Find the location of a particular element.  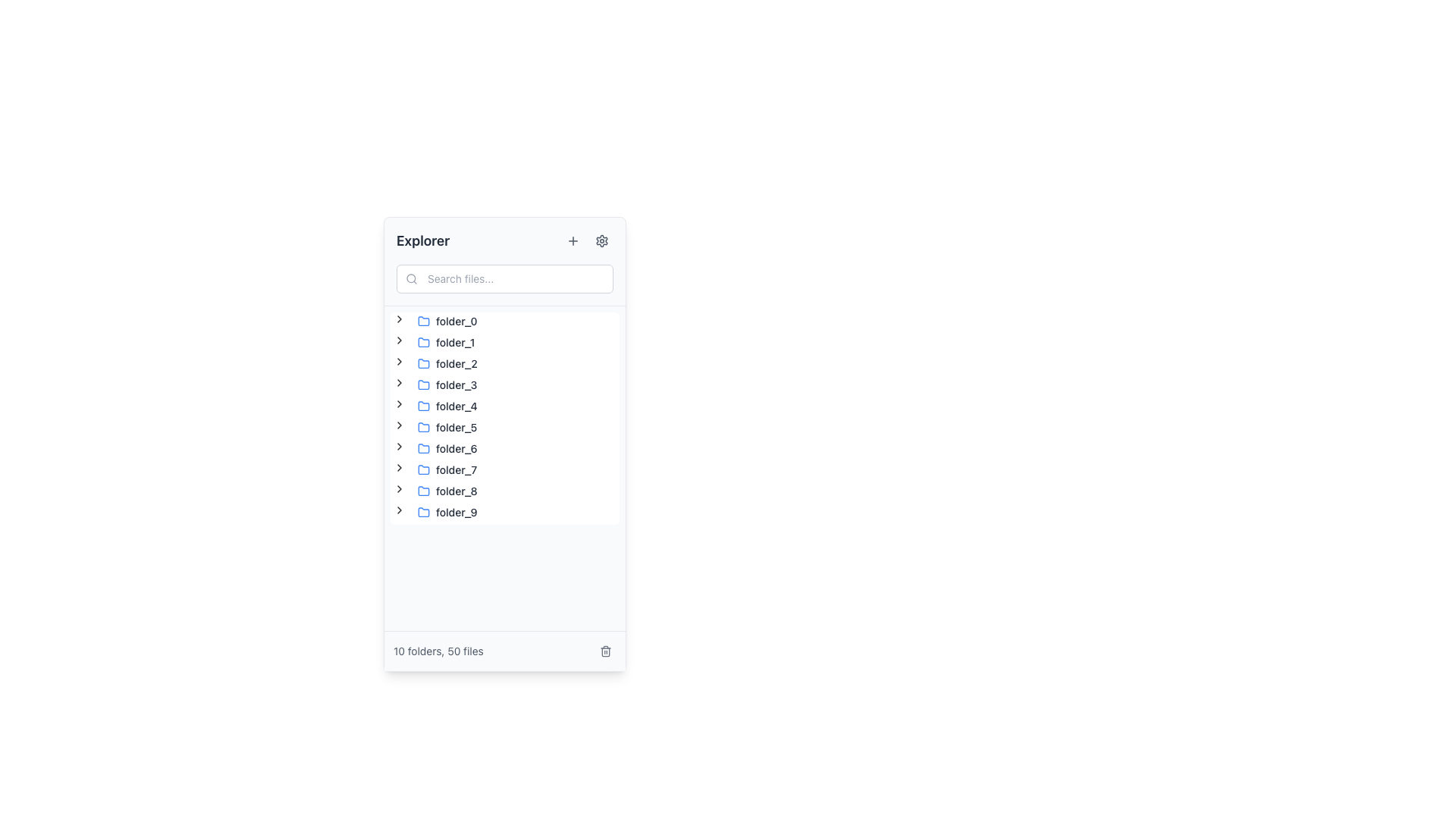

the Chevron icon located next to the folder labeled 'folder_0' is located at coordinates (400, 318).